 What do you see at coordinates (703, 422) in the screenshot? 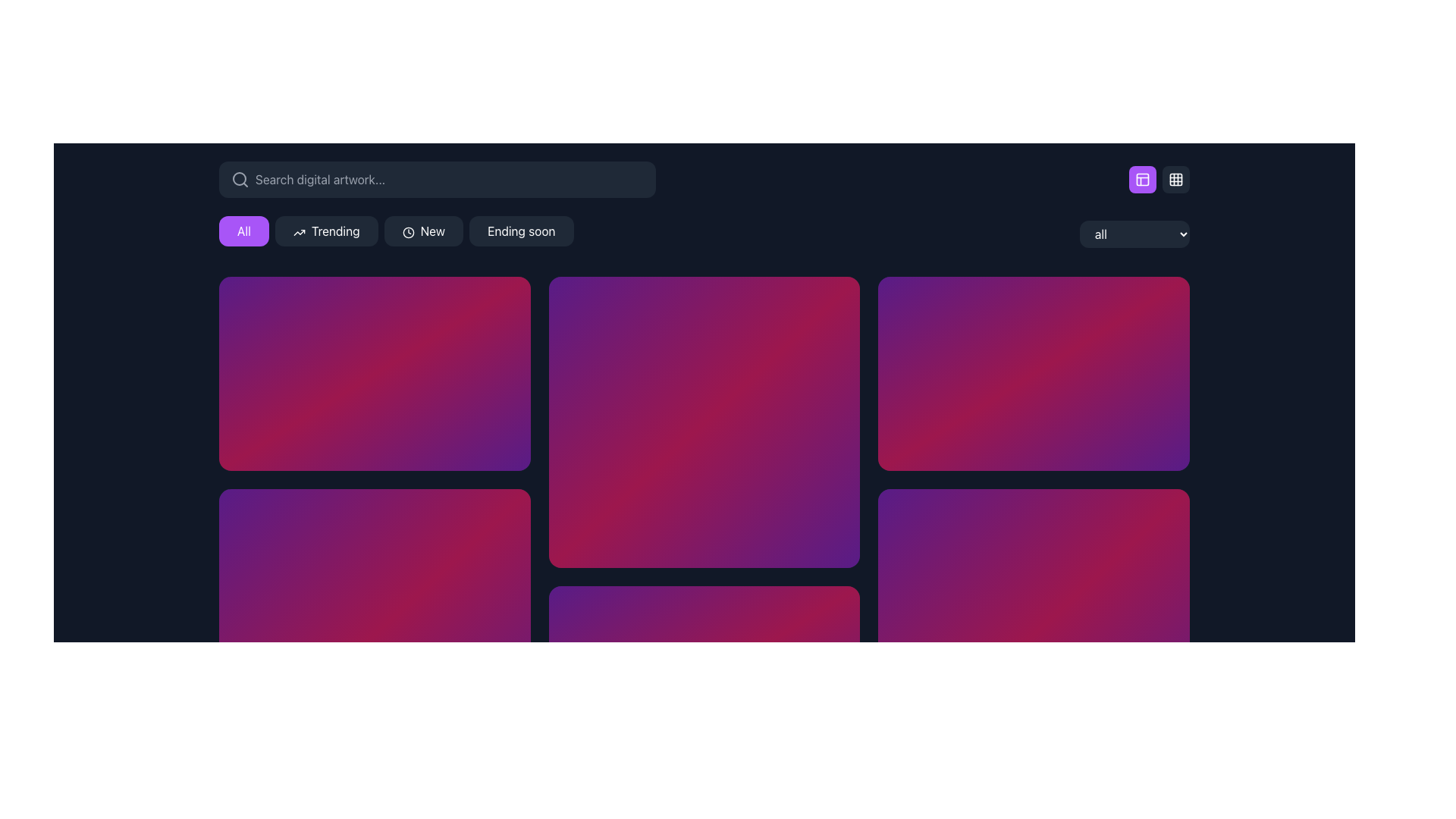
I see `the rectangular tile with a purple` at bounding box center [703, 422].